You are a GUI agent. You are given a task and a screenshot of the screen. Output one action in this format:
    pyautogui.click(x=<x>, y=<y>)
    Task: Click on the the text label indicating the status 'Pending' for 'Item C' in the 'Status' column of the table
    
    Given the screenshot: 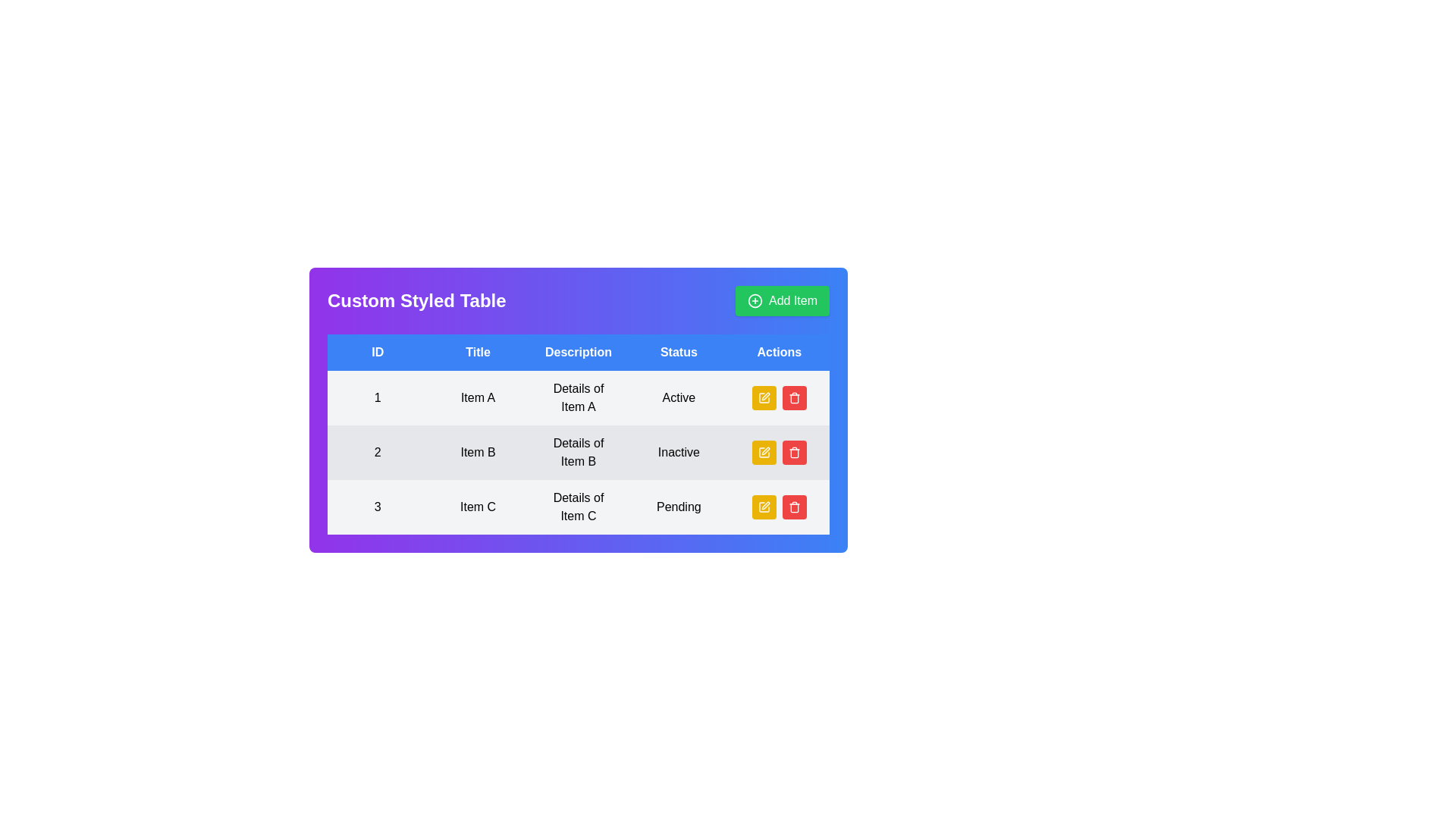 What is the action you would take?
    pyautogui.click(x=678, y=507)
    